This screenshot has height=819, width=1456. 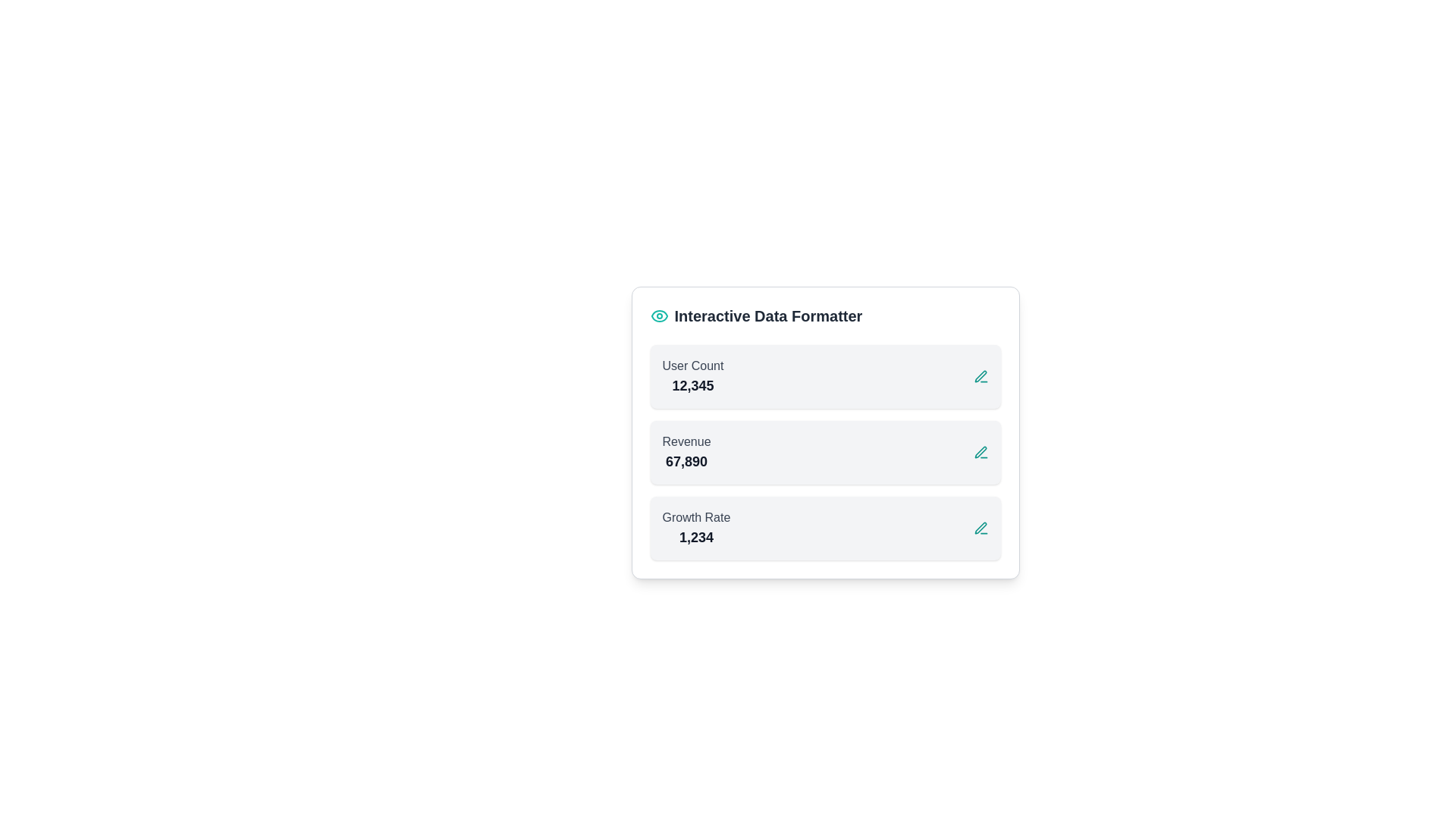 I want to click on the static text displaying the numeric value related to the growth rate, located in the 'Growth Rate' section, positioned below a sibling text with a smaller and lighter font, so click(x=695, y=537).